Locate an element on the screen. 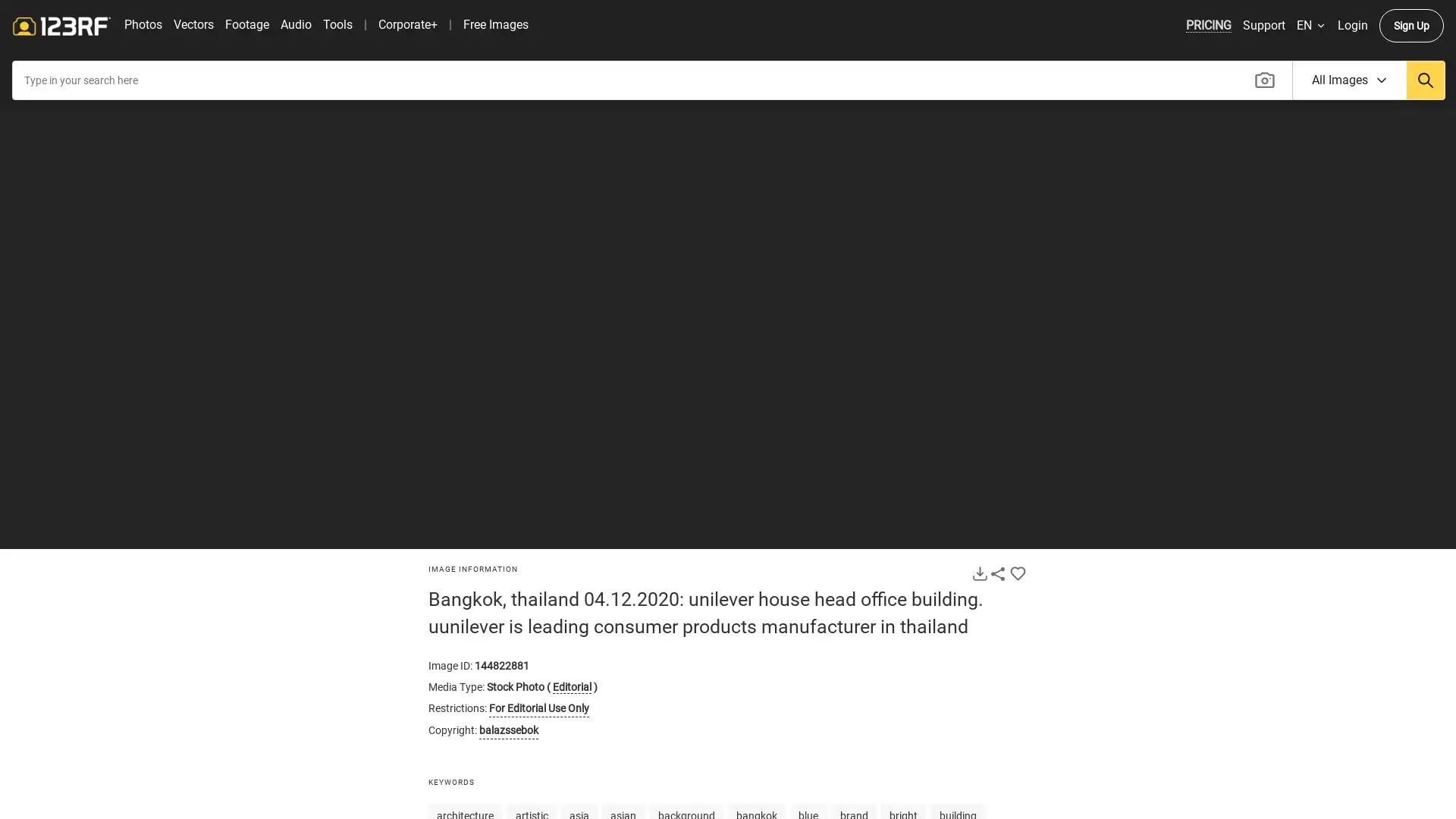 Image resolution: width=1456 pixels, height=819 pixels. Filter is located at coordinates (29, 262).